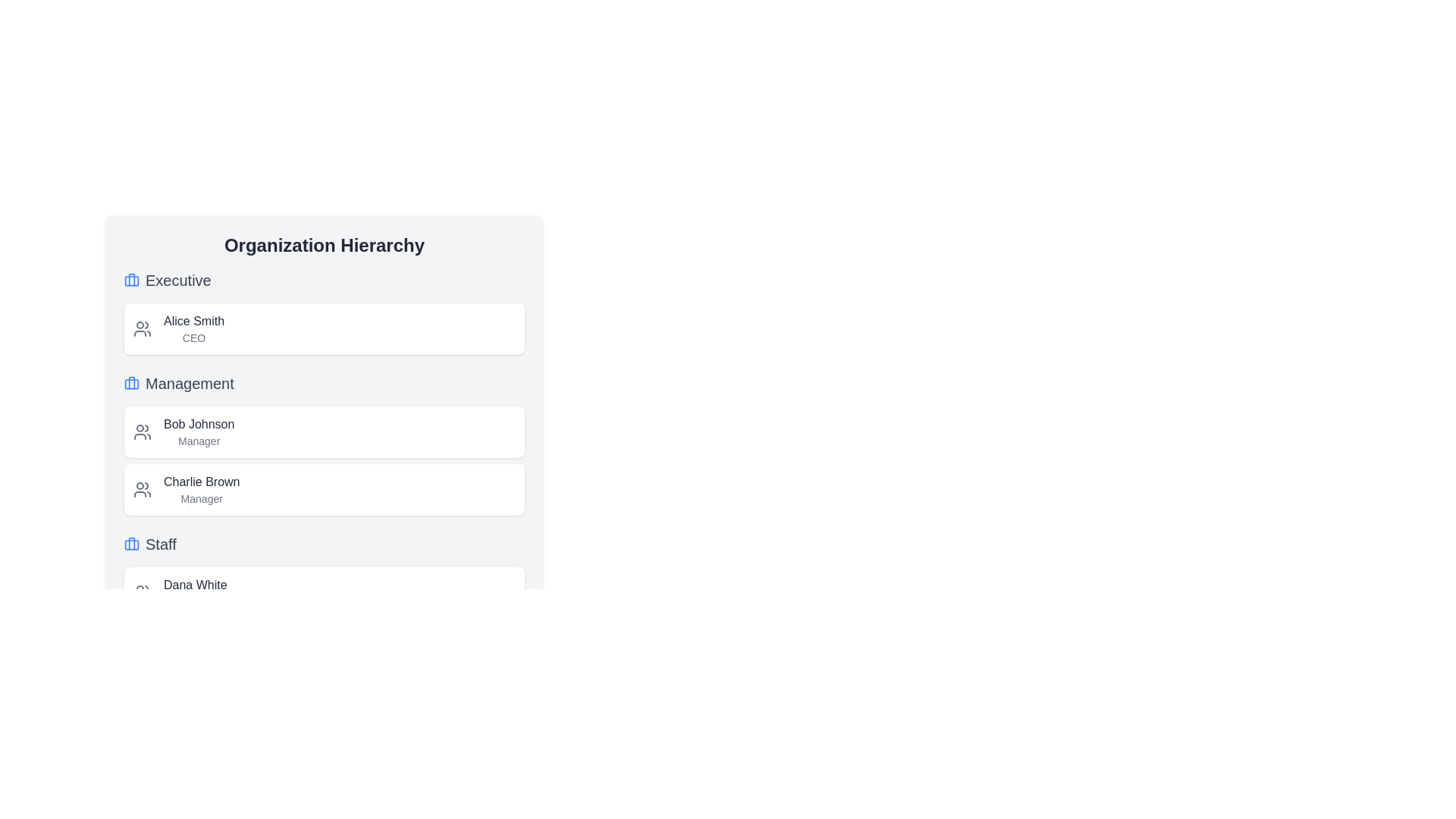 This screenshot has height=819, width=1456. What do you see at coordinates (193, 337) in the screenshot?
I see `the small text label displaying 'CEO' in gray, located beneath 'Alice Smith' in the 'Executive' section of the hierarchy chart` at bounding box center [193, 337].